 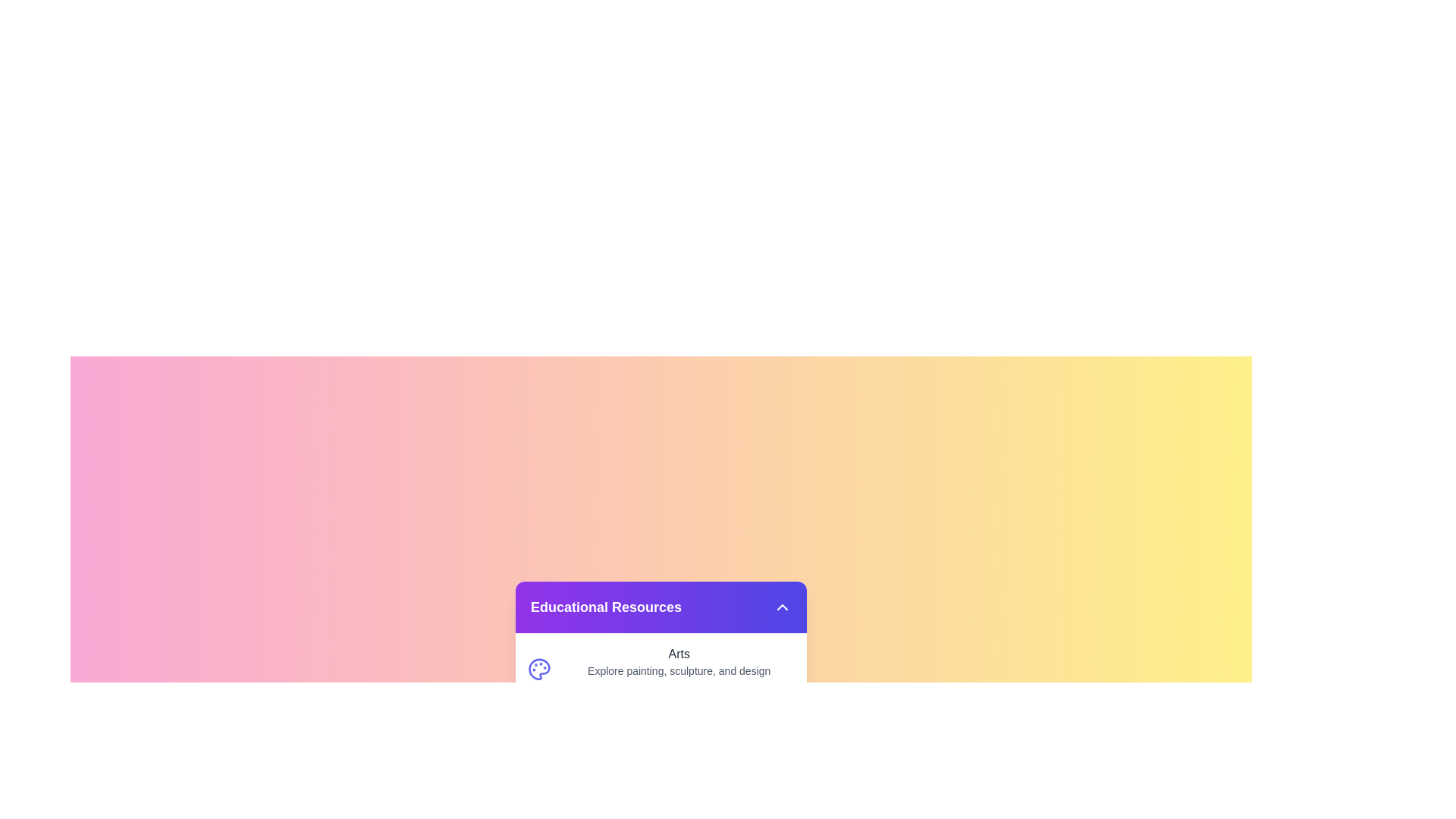 What do you see at coordinates (661, 668) in the screenshot?
I see `the educational resource Arts from the list` at bounding box center [661, 668].